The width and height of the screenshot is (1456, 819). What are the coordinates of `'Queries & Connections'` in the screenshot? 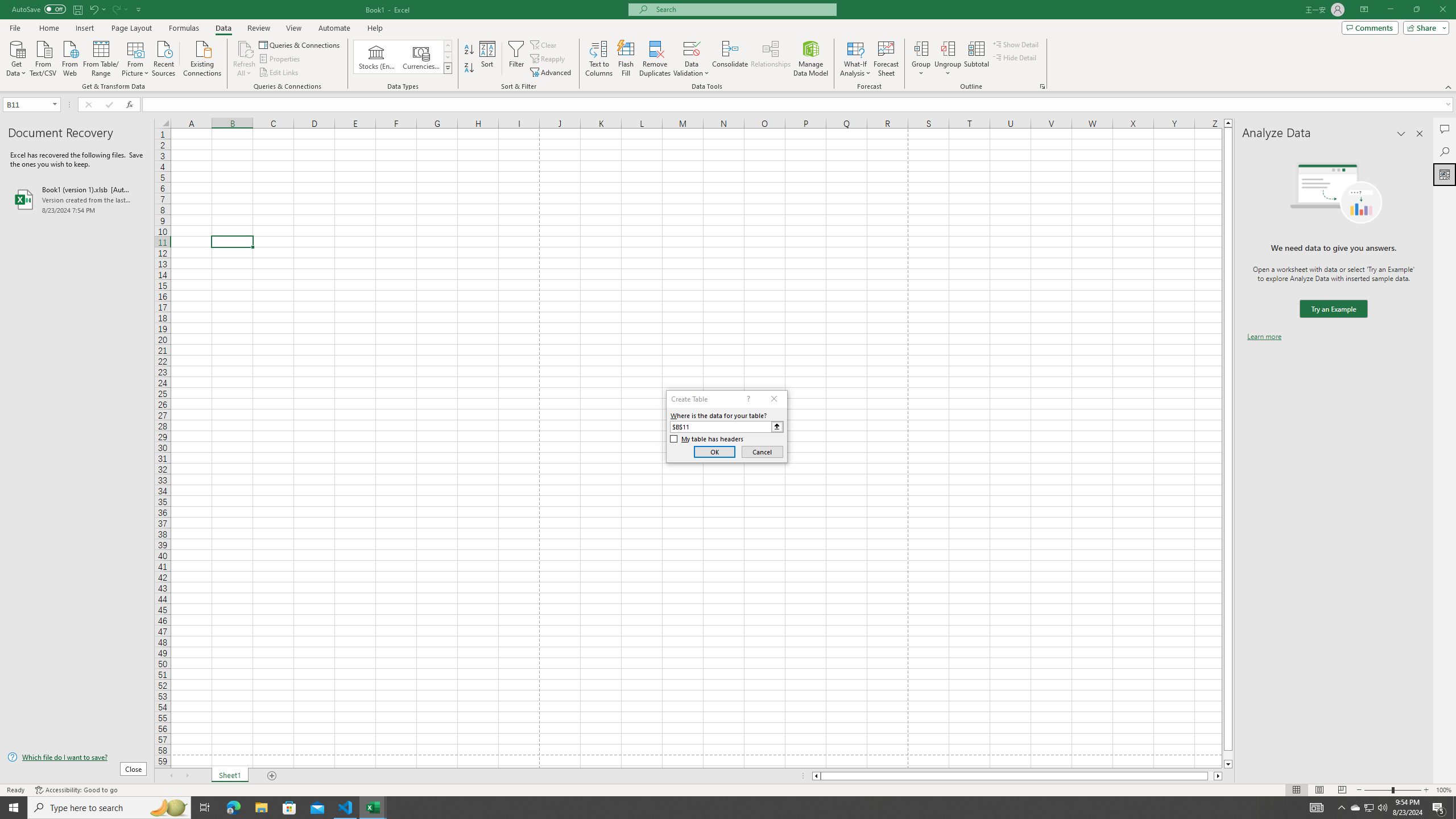 It's located at (300, 44).